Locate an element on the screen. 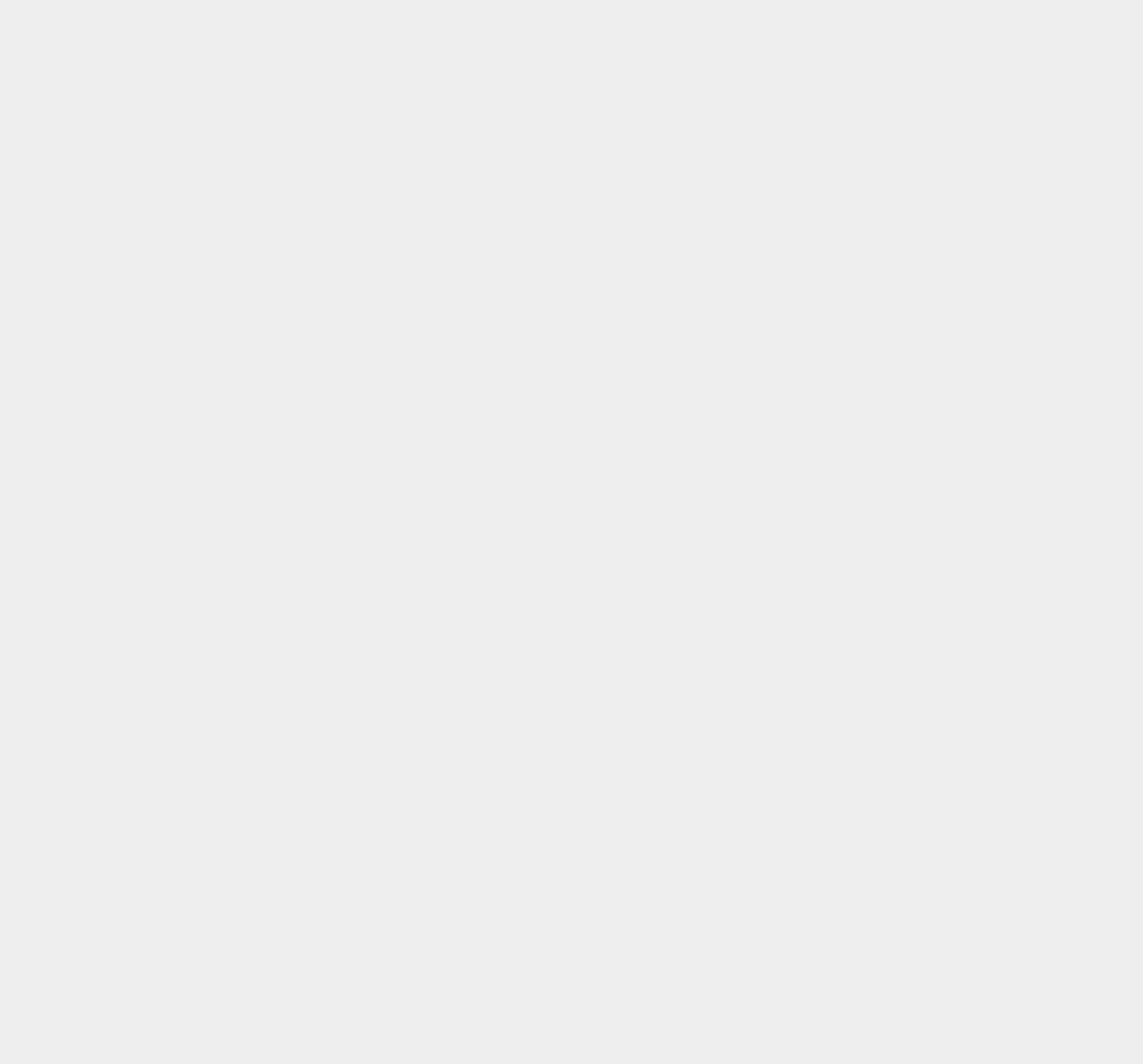 The width and height of the screenshot is (1143, 1064). 'Jitterbug Touch' is located at coordinates (856, 500).